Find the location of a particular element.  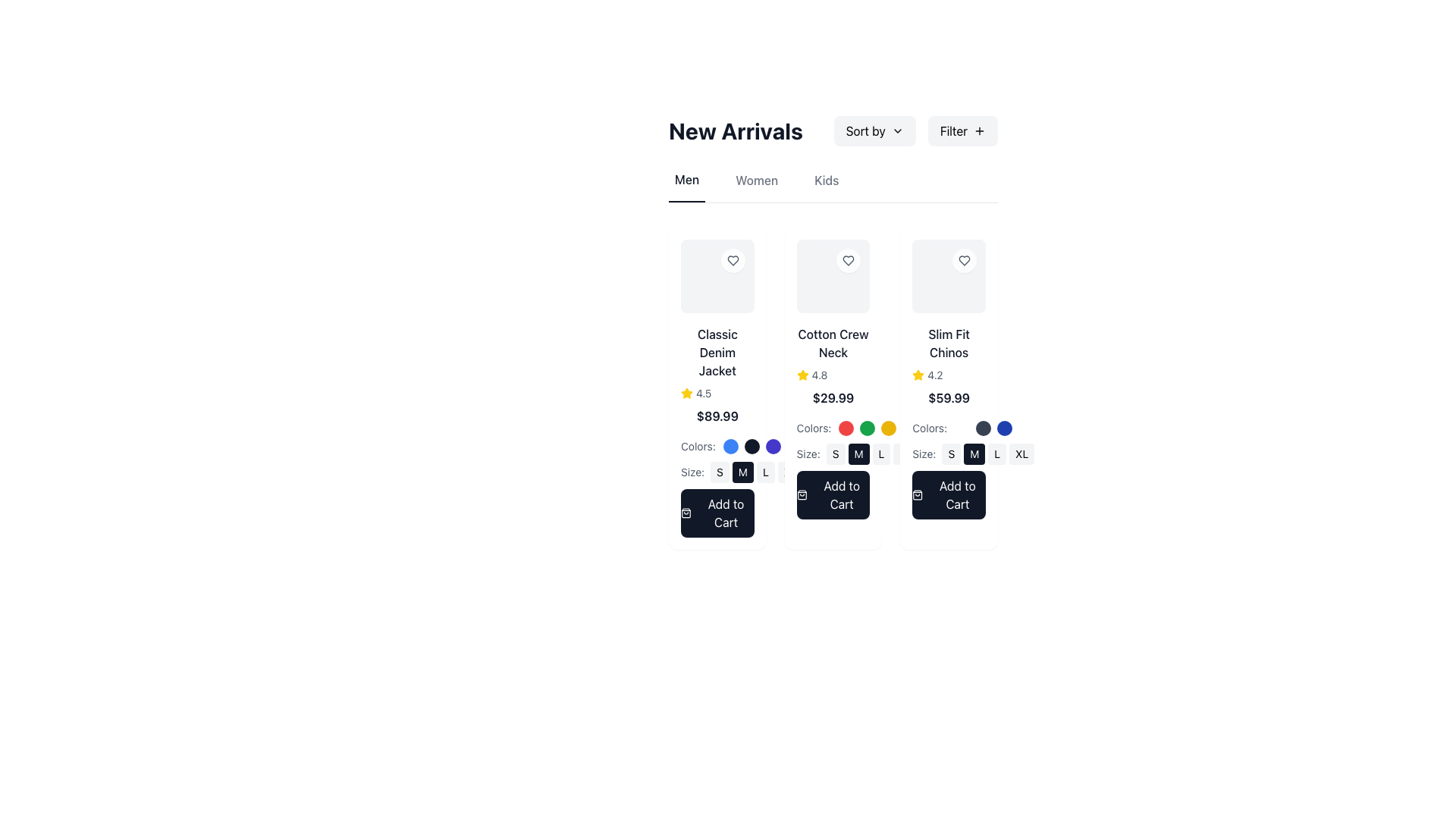

the static text displaying the rating '4.5' in gray color, which is located in the rating section of the 'Classic Denim Jacket' product card, to the right of the star icon is located at coordinates (703, 392).